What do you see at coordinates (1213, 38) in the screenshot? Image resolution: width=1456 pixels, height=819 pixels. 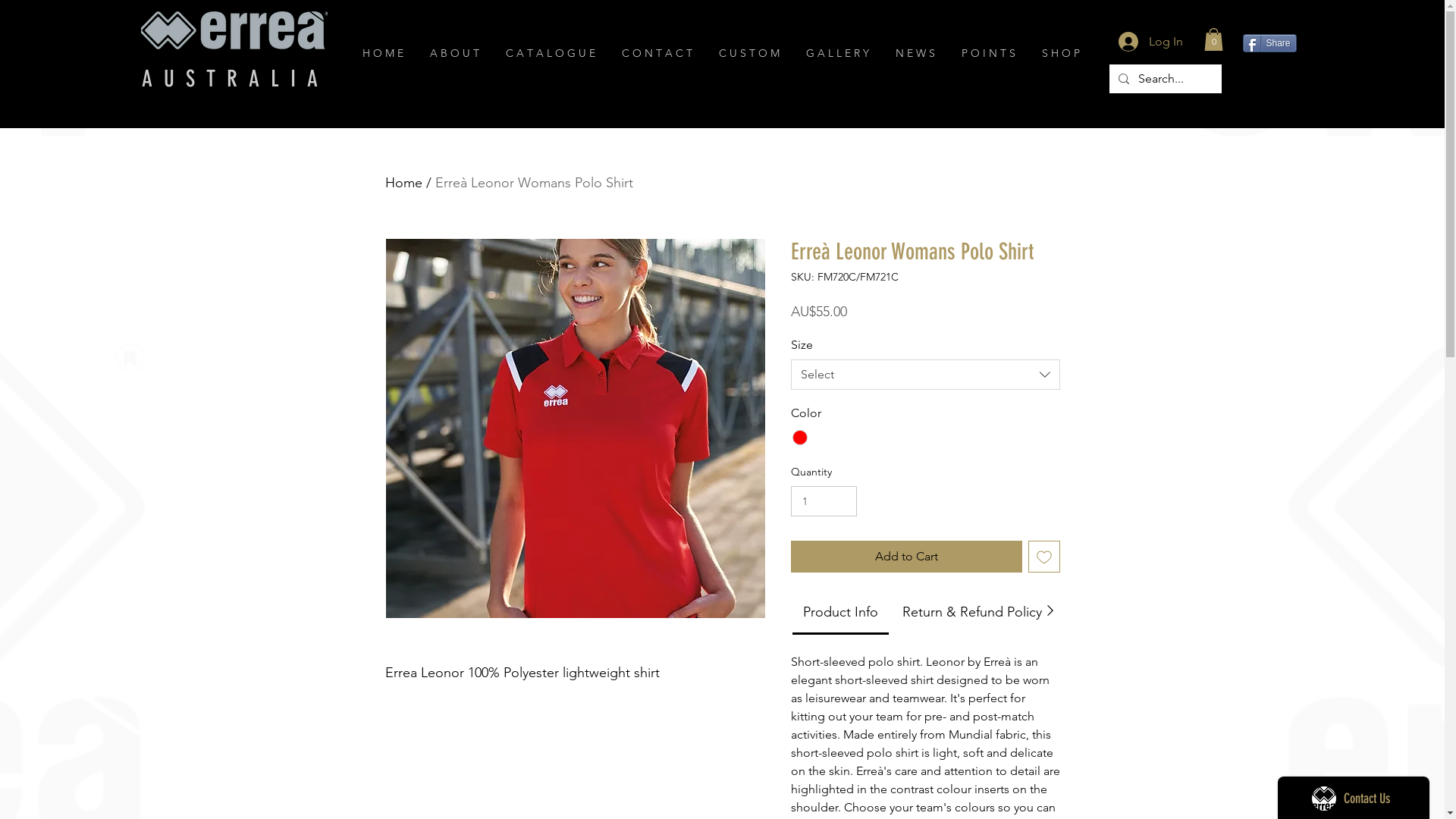 I see `'0'` at bounding box center [1213, 38].